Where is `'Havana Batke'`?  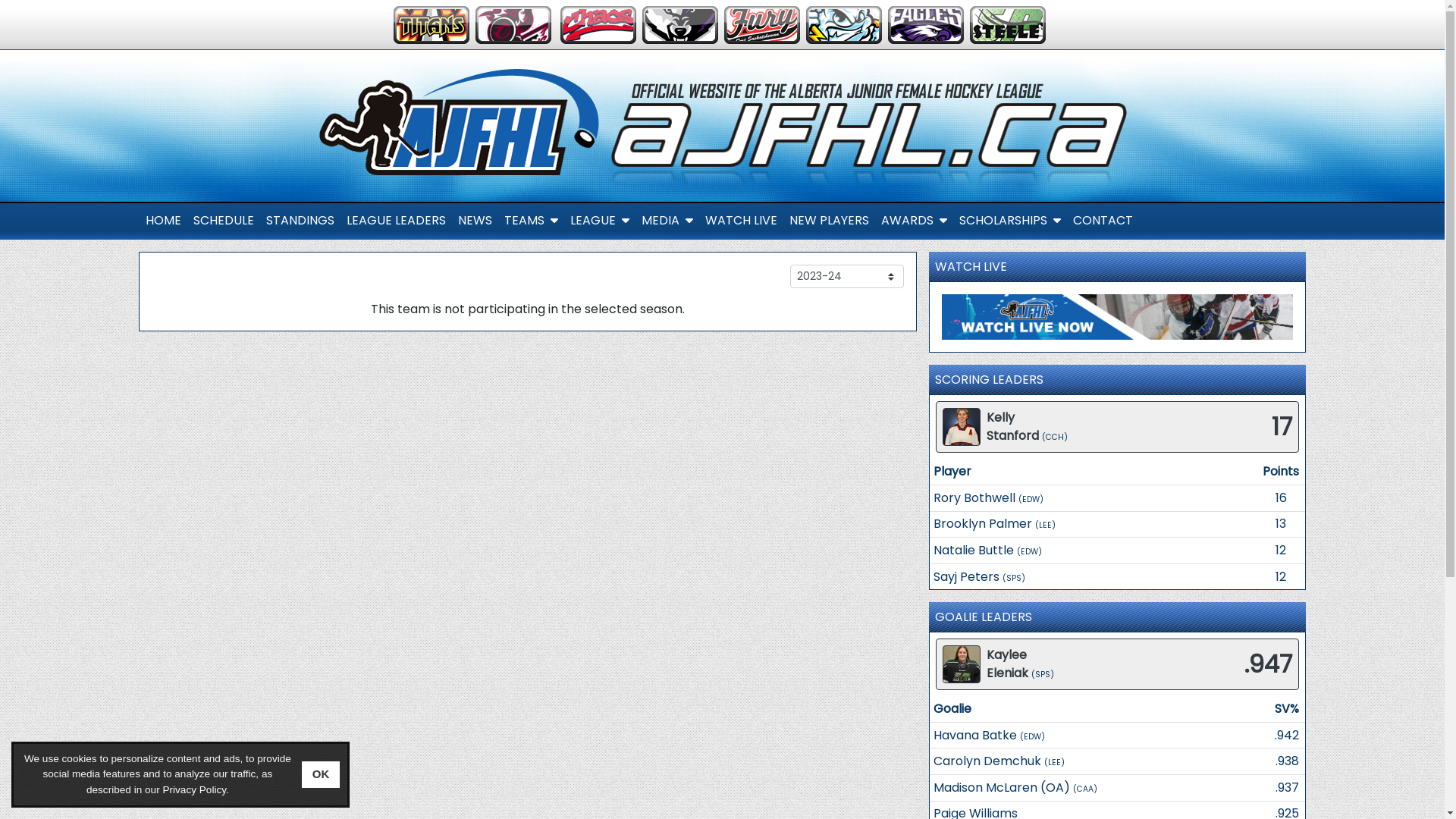 'Havana Batke' is located at coordinates (975, 734).